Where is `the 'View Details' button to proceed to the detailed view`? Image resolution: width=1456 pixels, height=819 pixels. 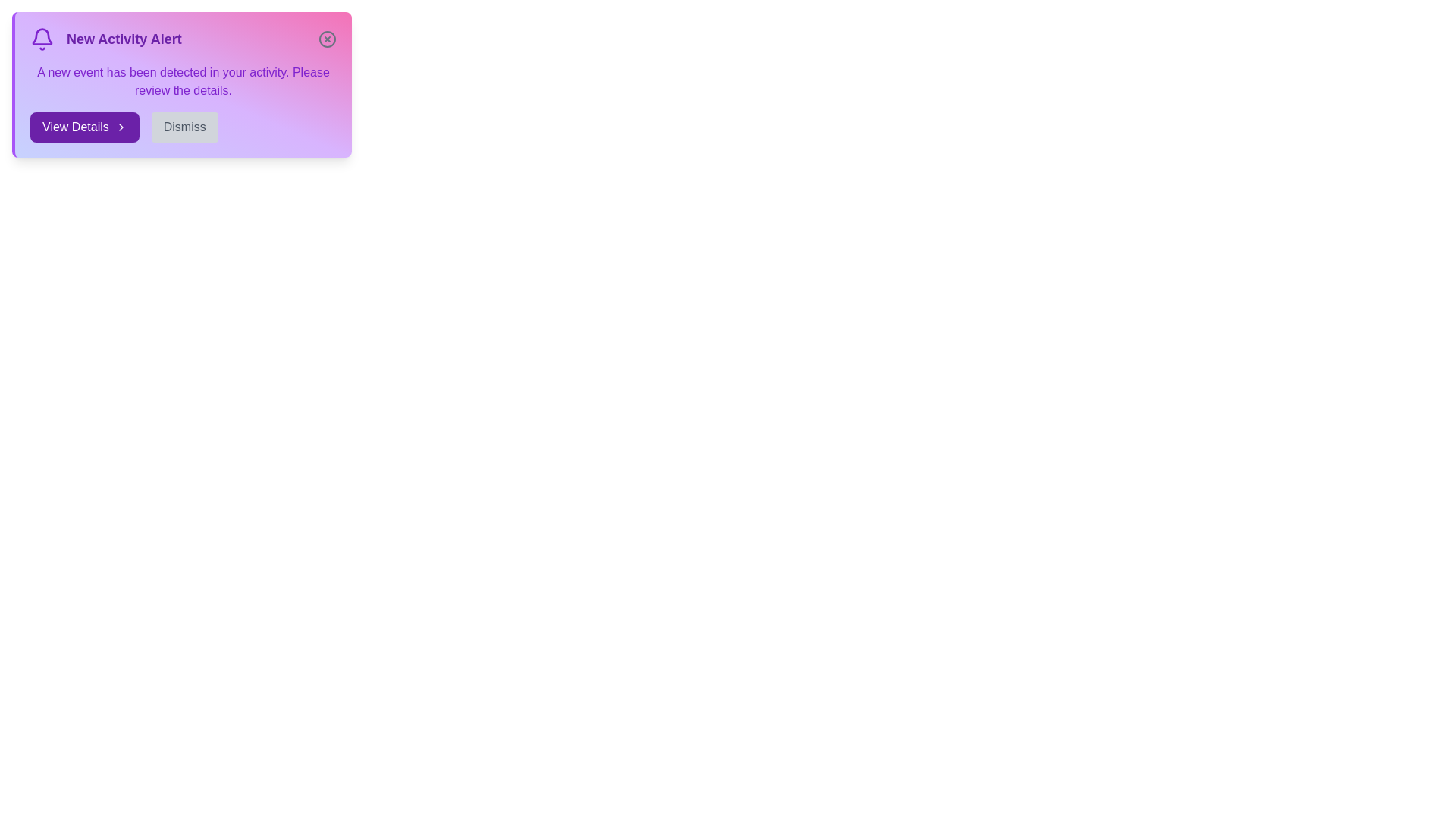
the 'View Details' button to proceed to the detailed view is located at coordinates (83, 127).